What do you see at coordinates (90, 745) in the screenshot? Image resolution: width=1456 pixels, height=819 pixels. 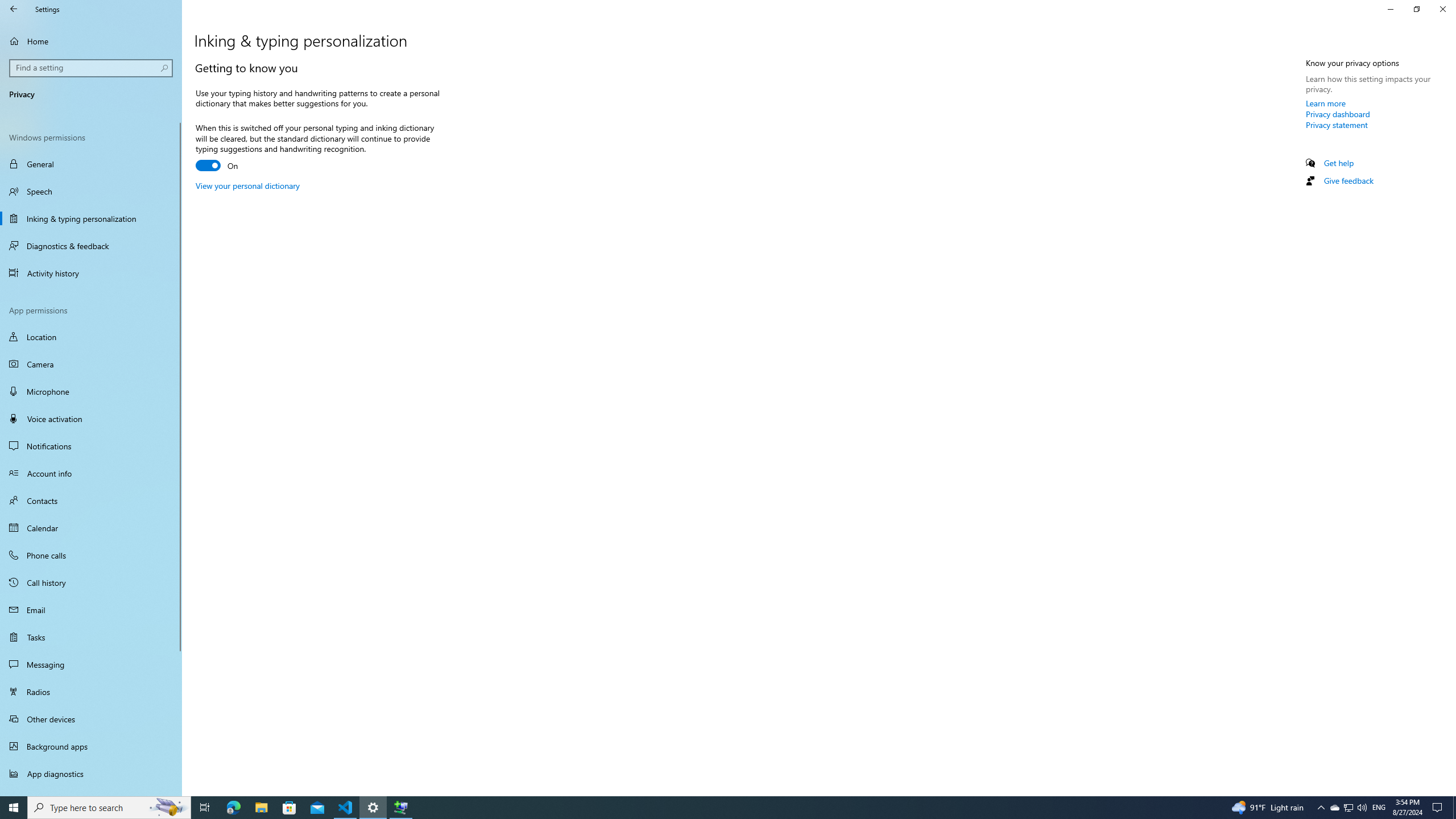 I see `'Background apps'` at bounding box center [90, 745].